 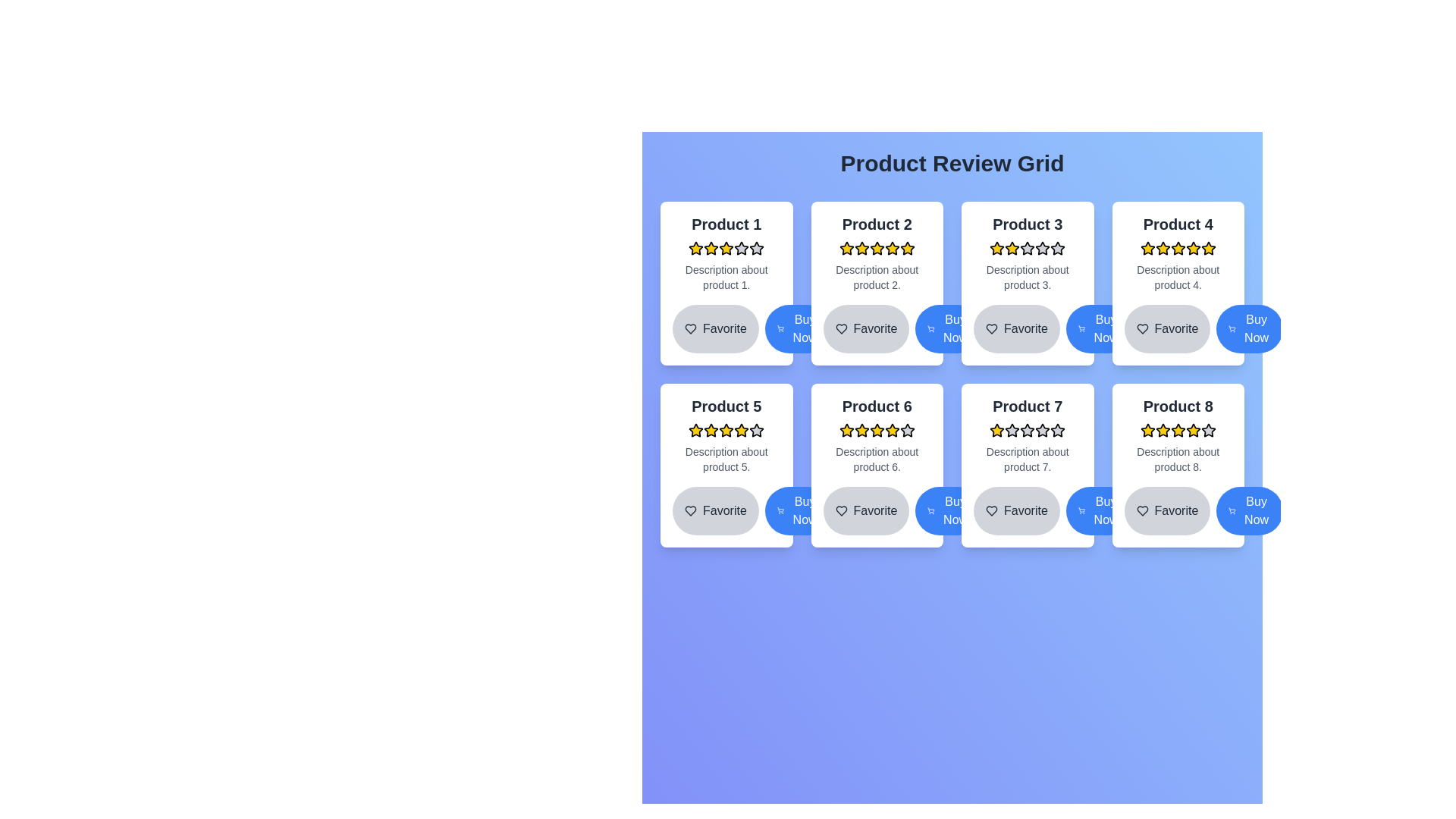 I want to click on the fourth Rating Star Icon for 'Product 7' to provide or update the rating, so click(x=1027, y=430).